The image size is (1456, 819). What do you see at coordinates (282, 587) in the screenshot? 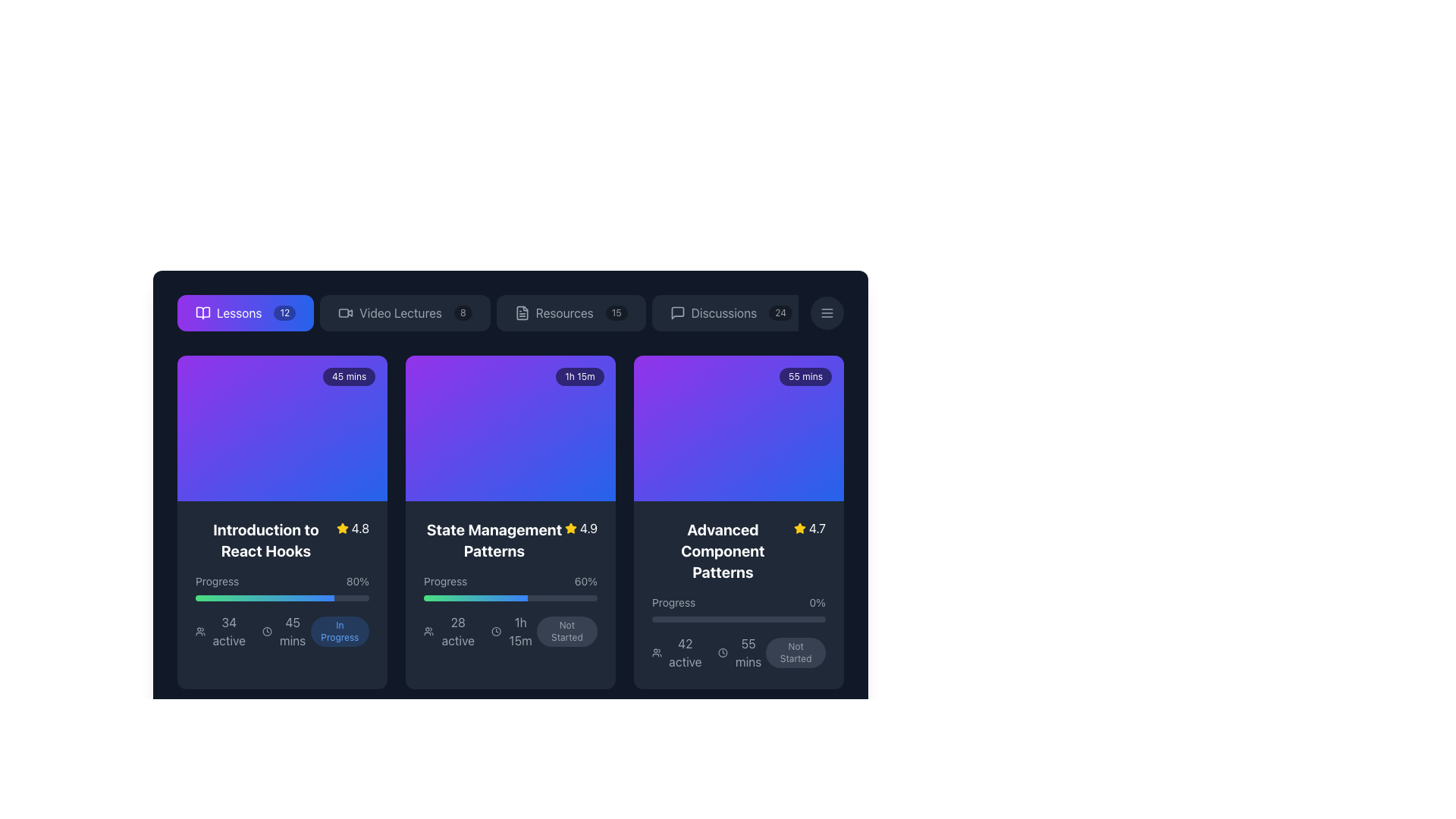
I see `the progress area of the Progress Bar located in the 'Introduction to React Hooks' section, which visually represents the task completion level` at bounding box center [282, 587].